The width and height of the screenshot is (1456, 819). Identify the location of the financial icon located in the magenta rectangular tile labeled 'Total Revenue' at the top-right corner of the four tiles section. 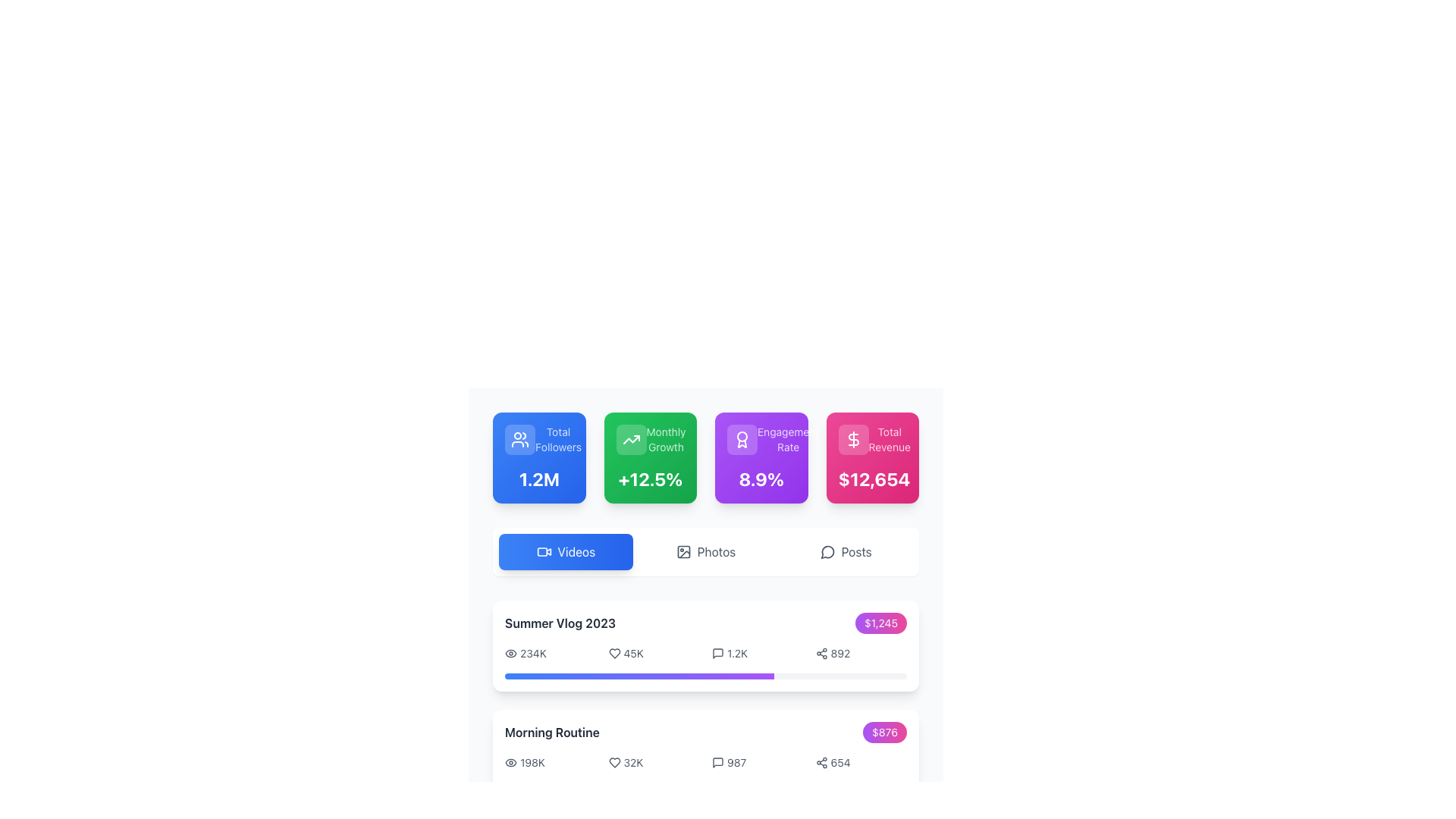
(853, 439).